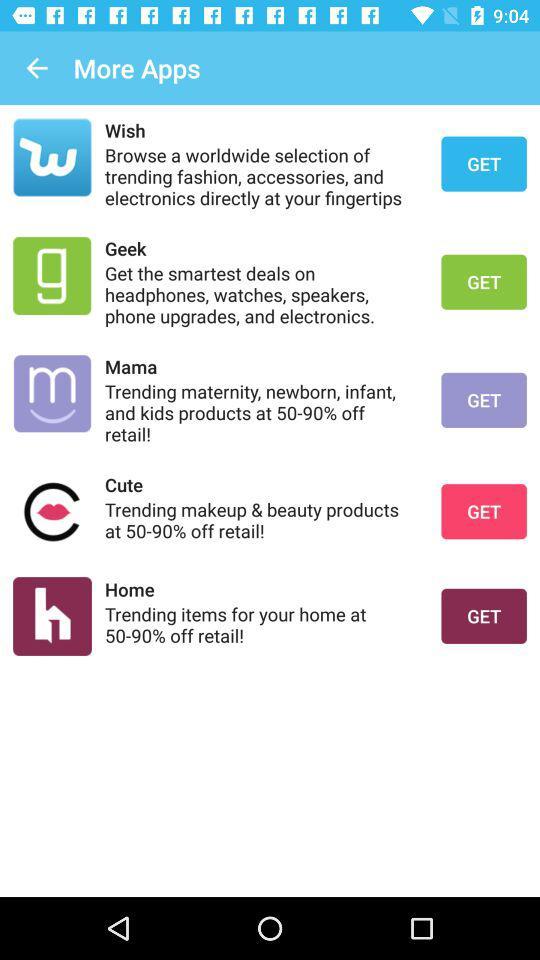 The width and height of the screenshot is (540, 960). Describe the element at coordinates (260, 247) in the screenshot. I see `the item next to get` at that location.